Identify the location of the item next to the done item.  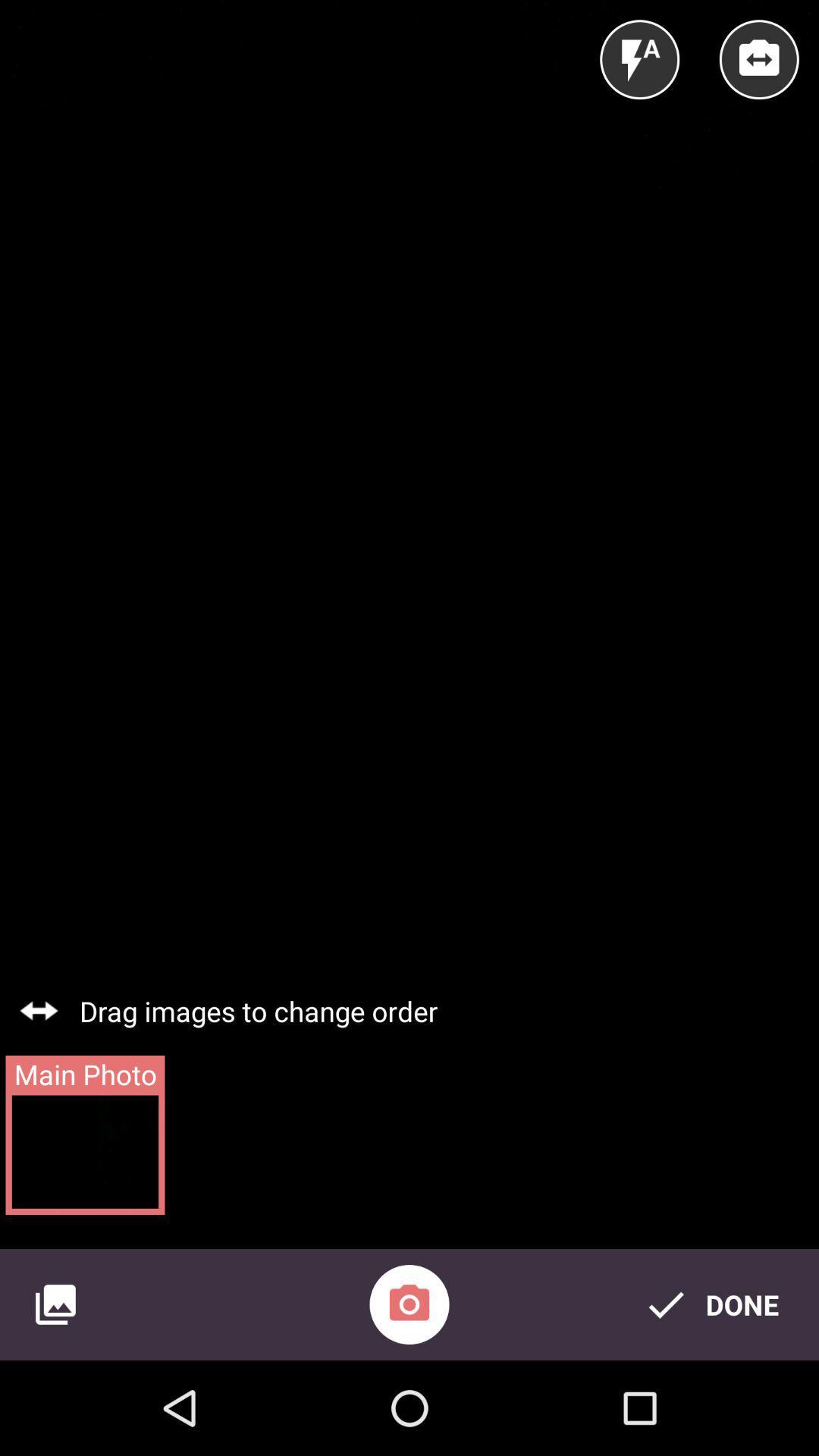
(409, 1304).